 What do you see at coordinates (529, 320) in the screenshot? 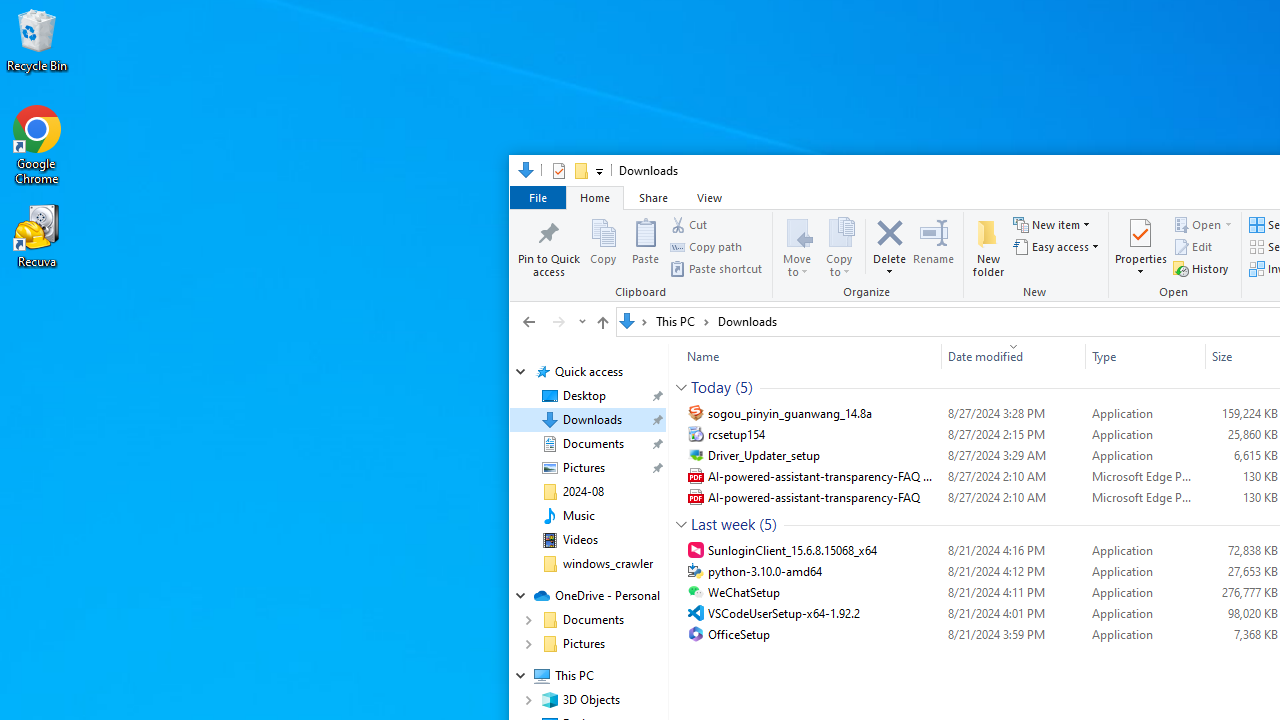
I see `'Back to Desktop (Alt + Left Arrow)'` at bounding box center [529, 320].